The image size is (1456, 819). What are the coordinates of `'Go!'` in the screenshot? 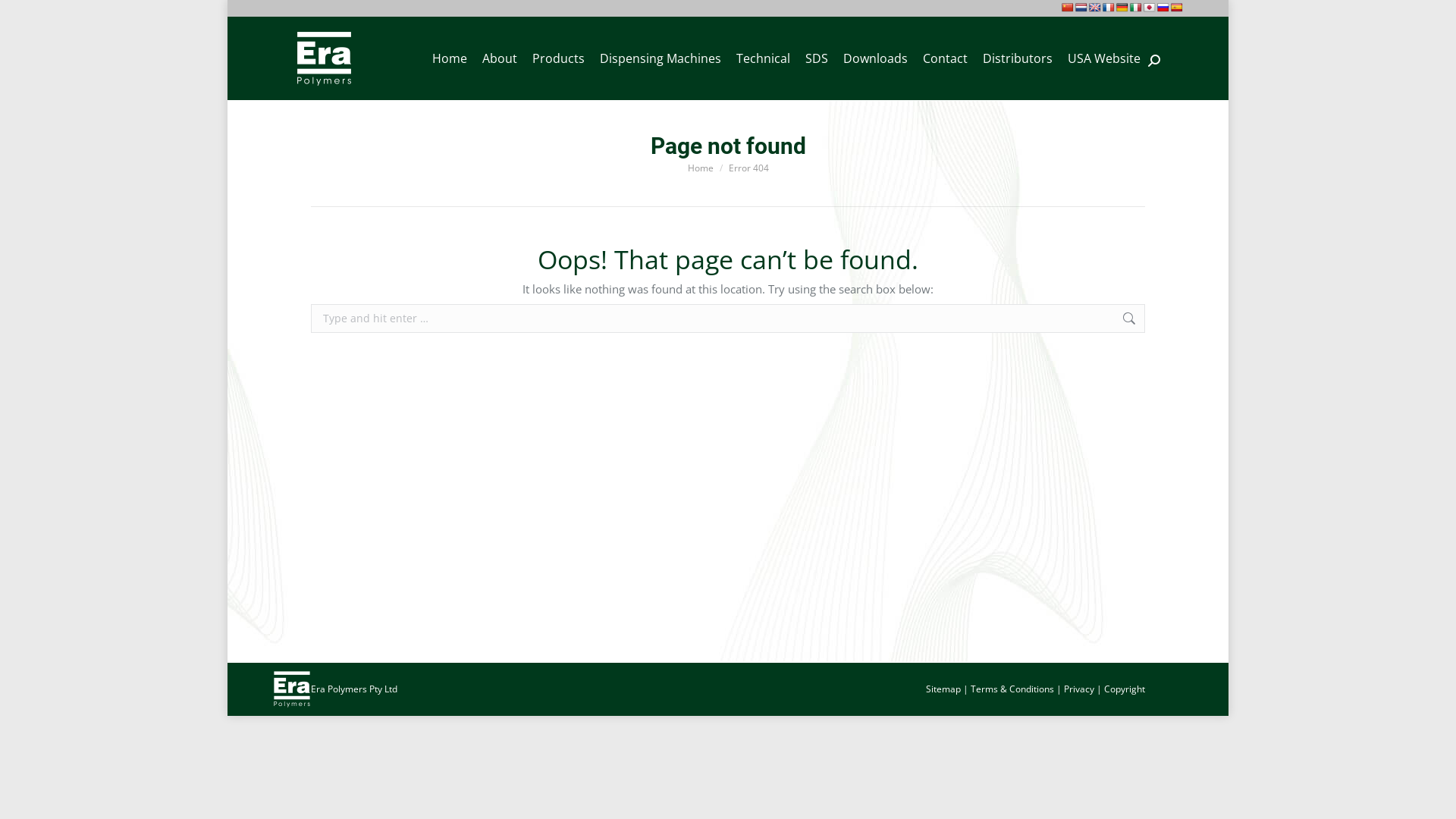 It's located at (1167, 319).